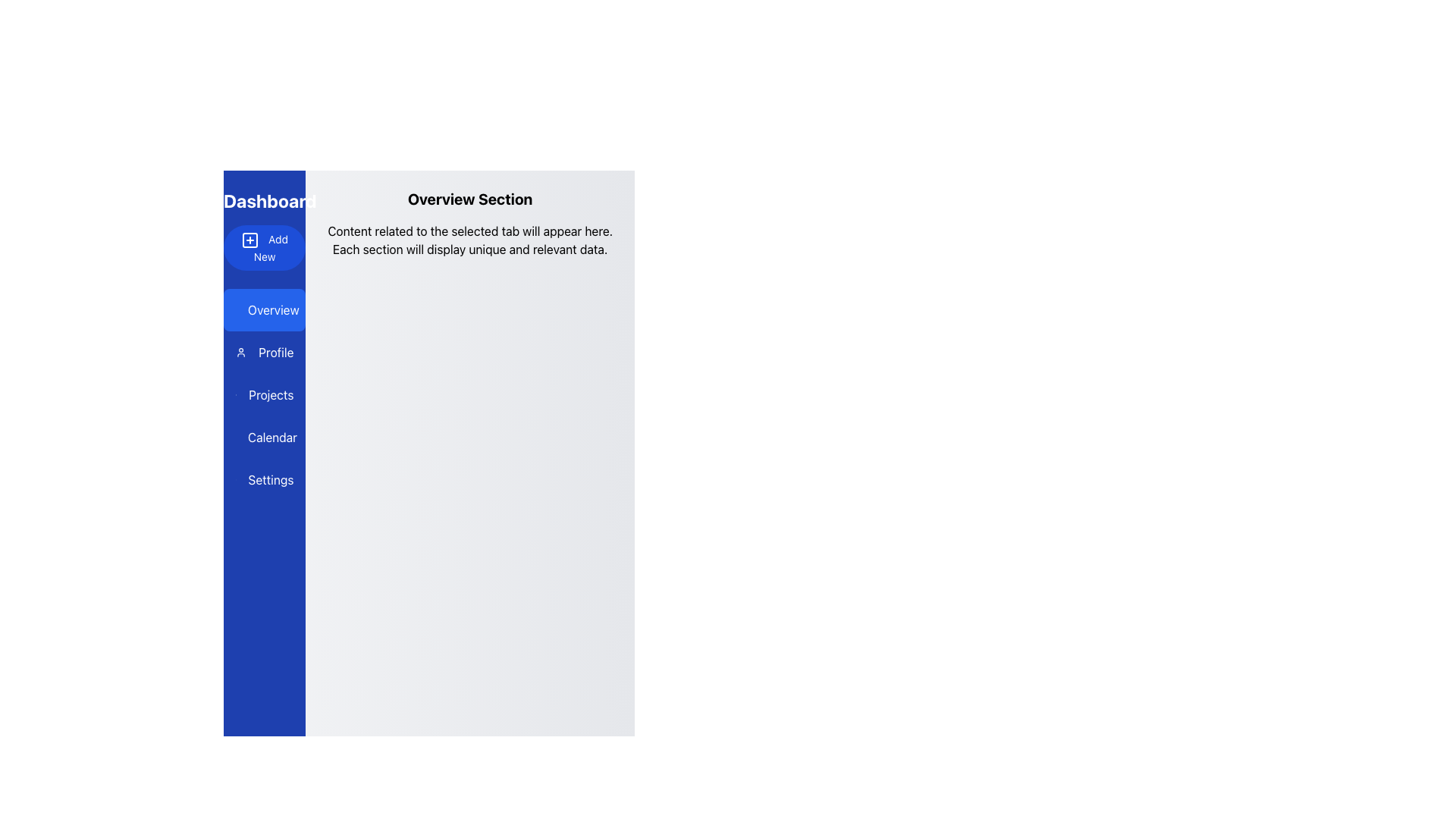 The width and height of the screenshot is (1456, 819). I want to click on the decorative square icon with chamfered corners and a blue background located within the 'Add New' button in the left navigation panel, just below the 'Dashboard' title, so click(250, 239).